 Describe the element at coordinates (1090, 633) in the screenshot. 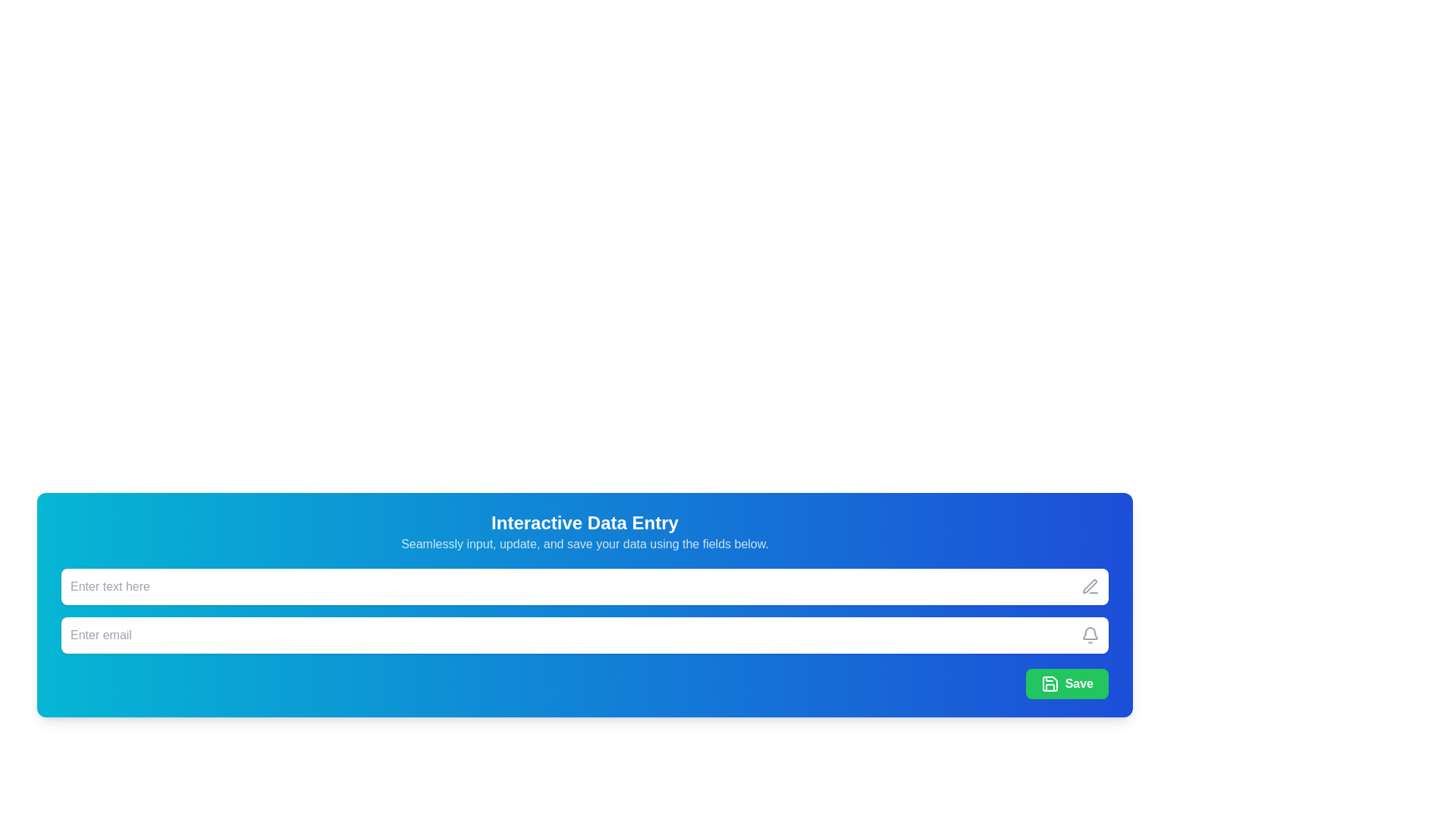

I see `the main body of the bell icon located at the top right corner of the interface, which symbolizes notifications or alerts` at that location.